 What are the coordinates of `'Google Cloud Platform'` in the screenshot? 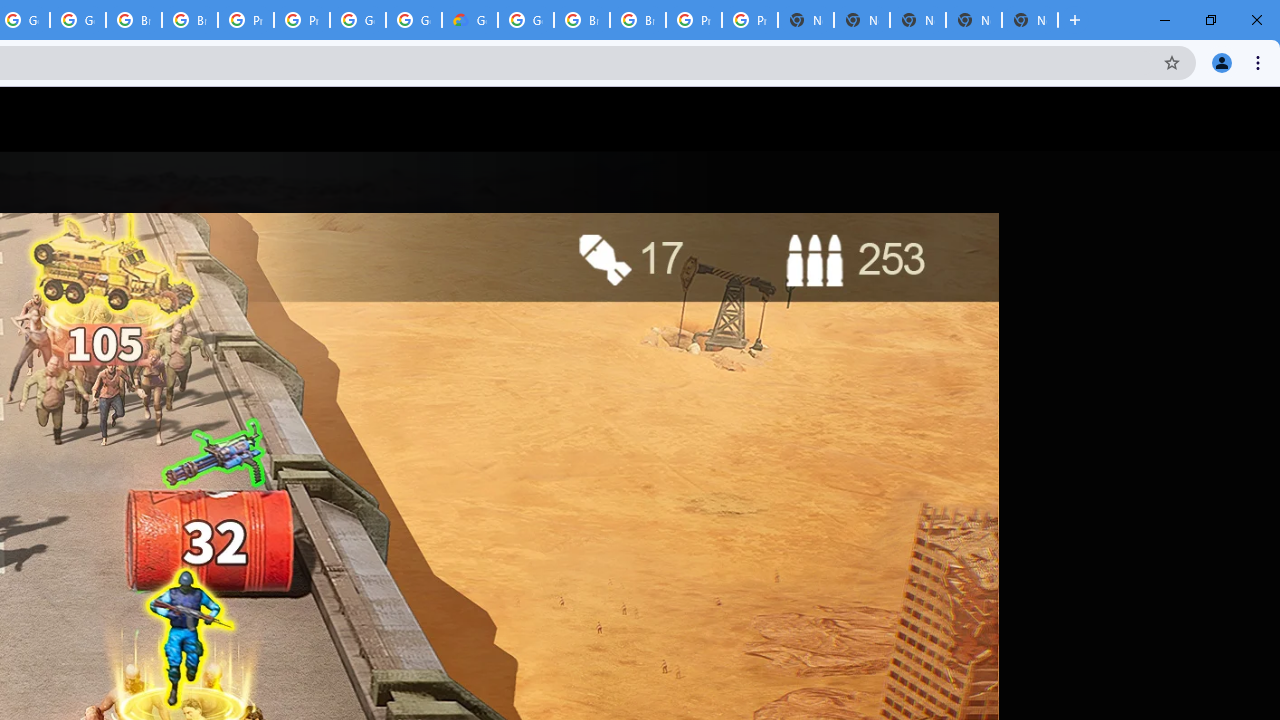 It's located at (526, 20).